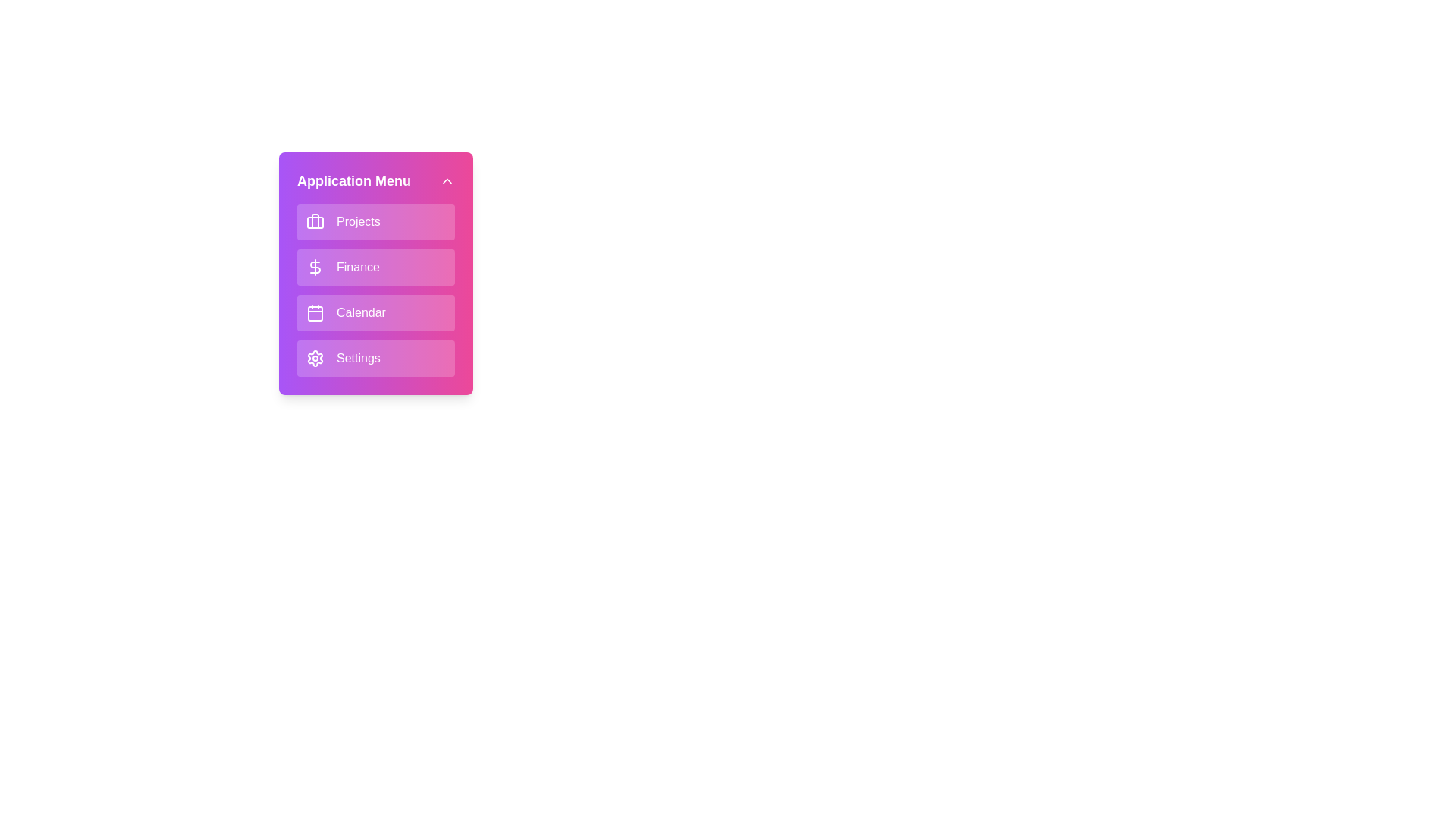  What do you see at coordinates (375, 267) in the screenshot?
I see `the menu item Finance by clicking on it` at bounding box center [375, 267].